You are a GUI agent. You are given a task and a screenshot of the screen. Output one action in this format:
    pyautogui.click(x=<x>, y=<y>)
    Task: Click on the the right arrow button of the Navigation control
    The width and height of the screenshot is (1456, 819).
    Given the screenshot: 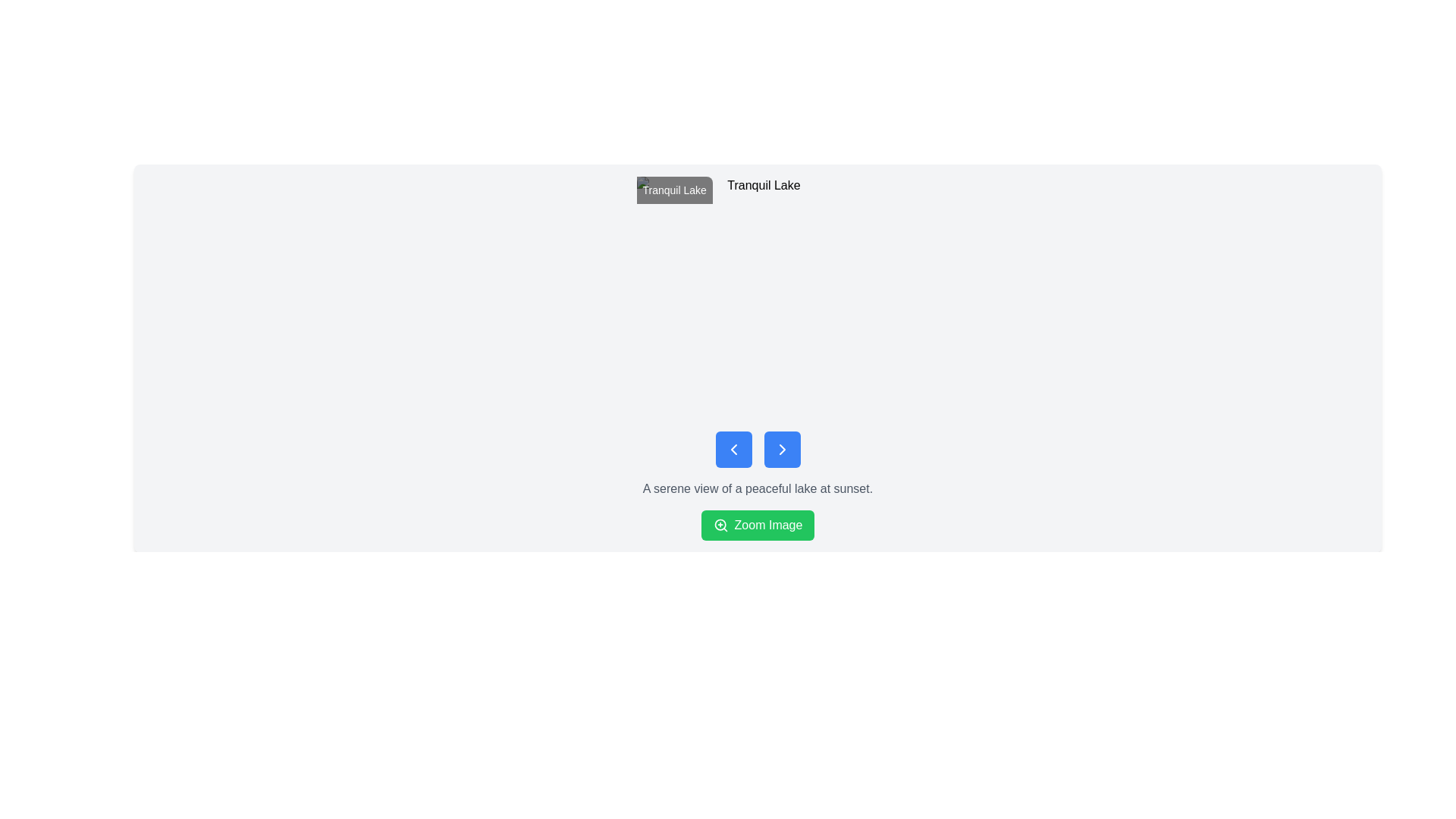 What is the action you would take?
    pyautogui.click(x=758, y=449)
    